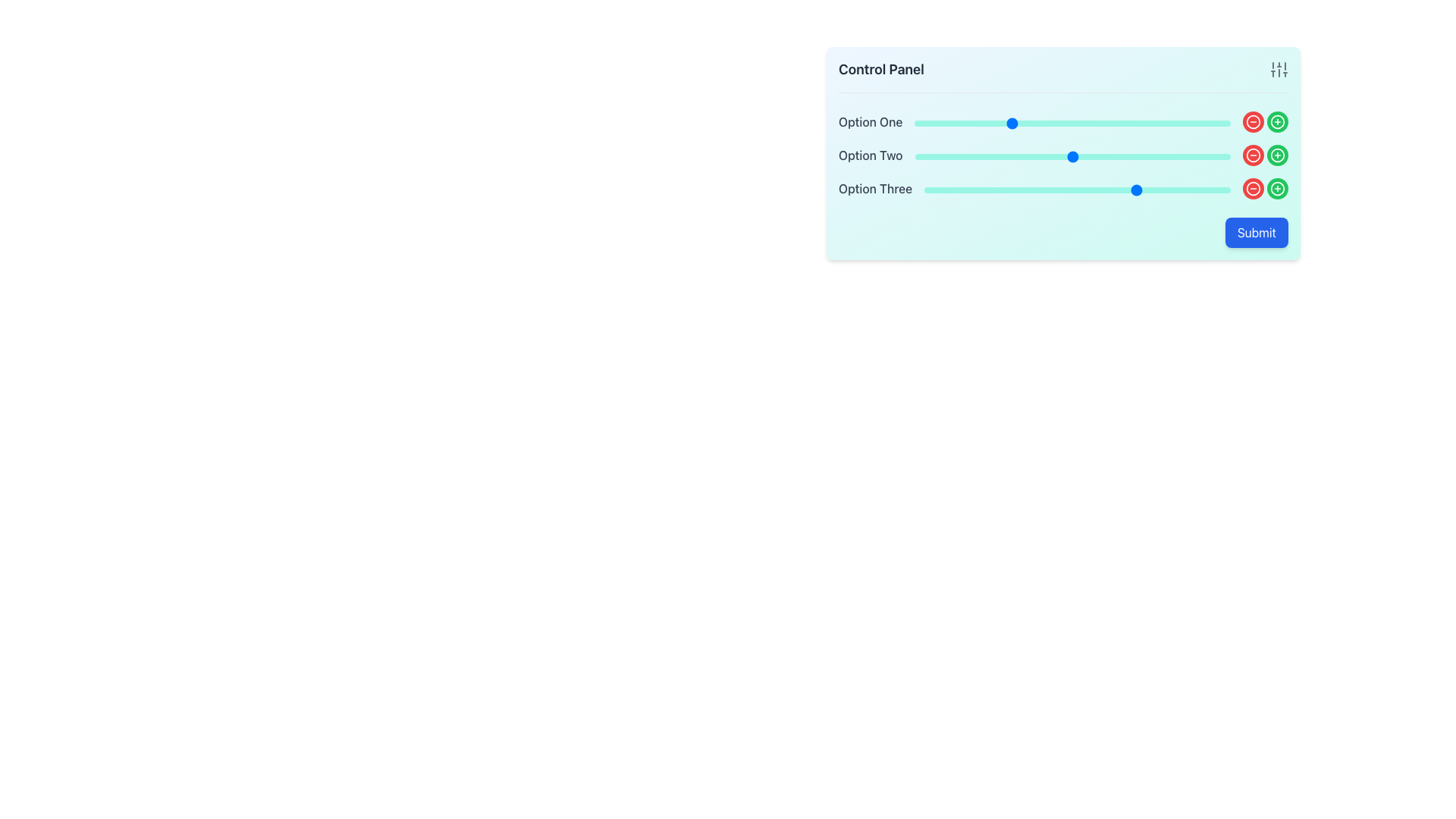  I want to click on the increment button located to the right of the red circular button in the third row's slider panel, so click(1276, 155).